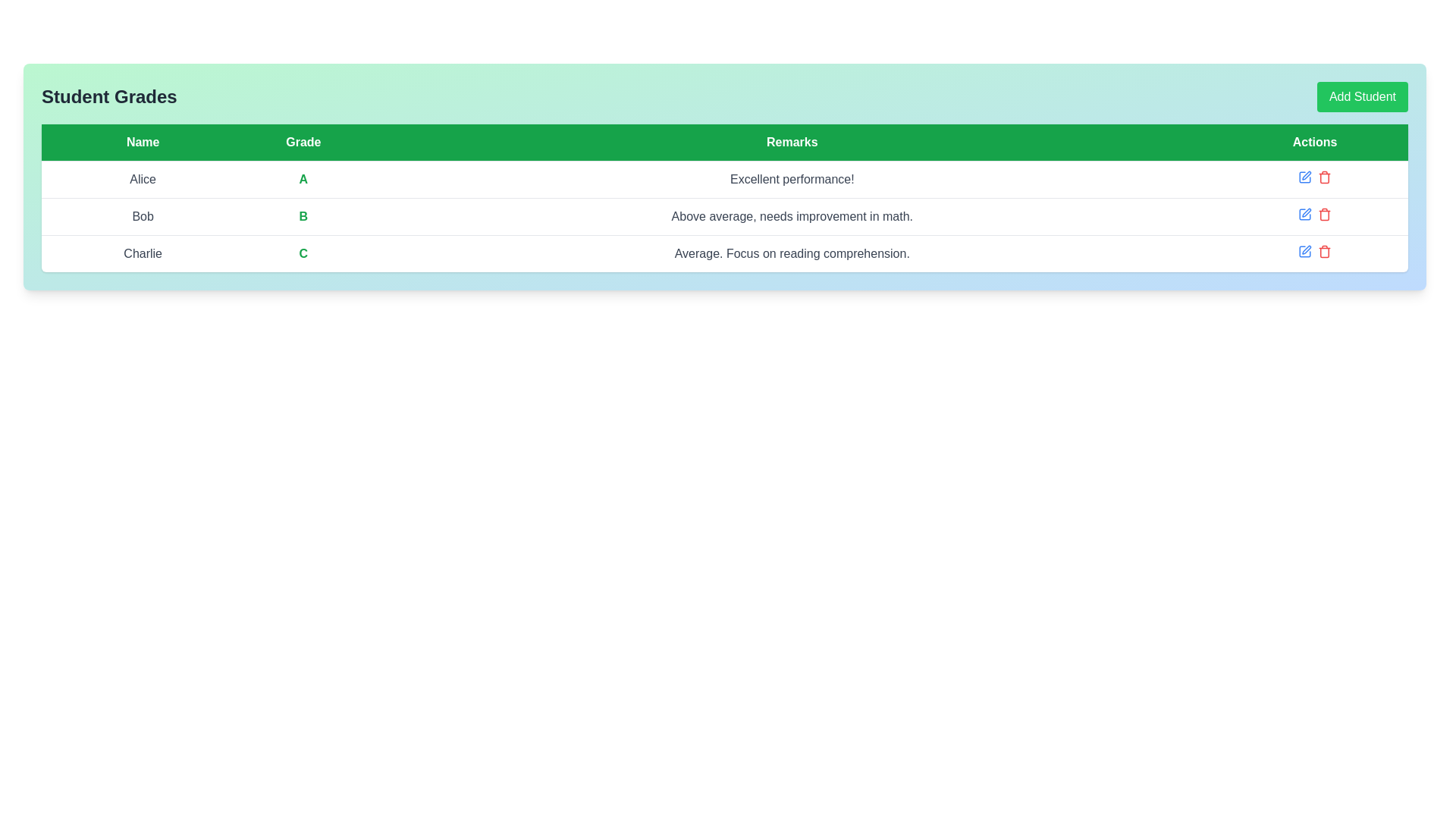 This screenshot has height=819, width=1456. What do you see at coordinates (303, 216) in the screenshot?
I see `the bold green letter 'B' displayed in the second cell of the 'Grade' column for the row corresponding to 'Bob'` at bounding box center [303, 216].